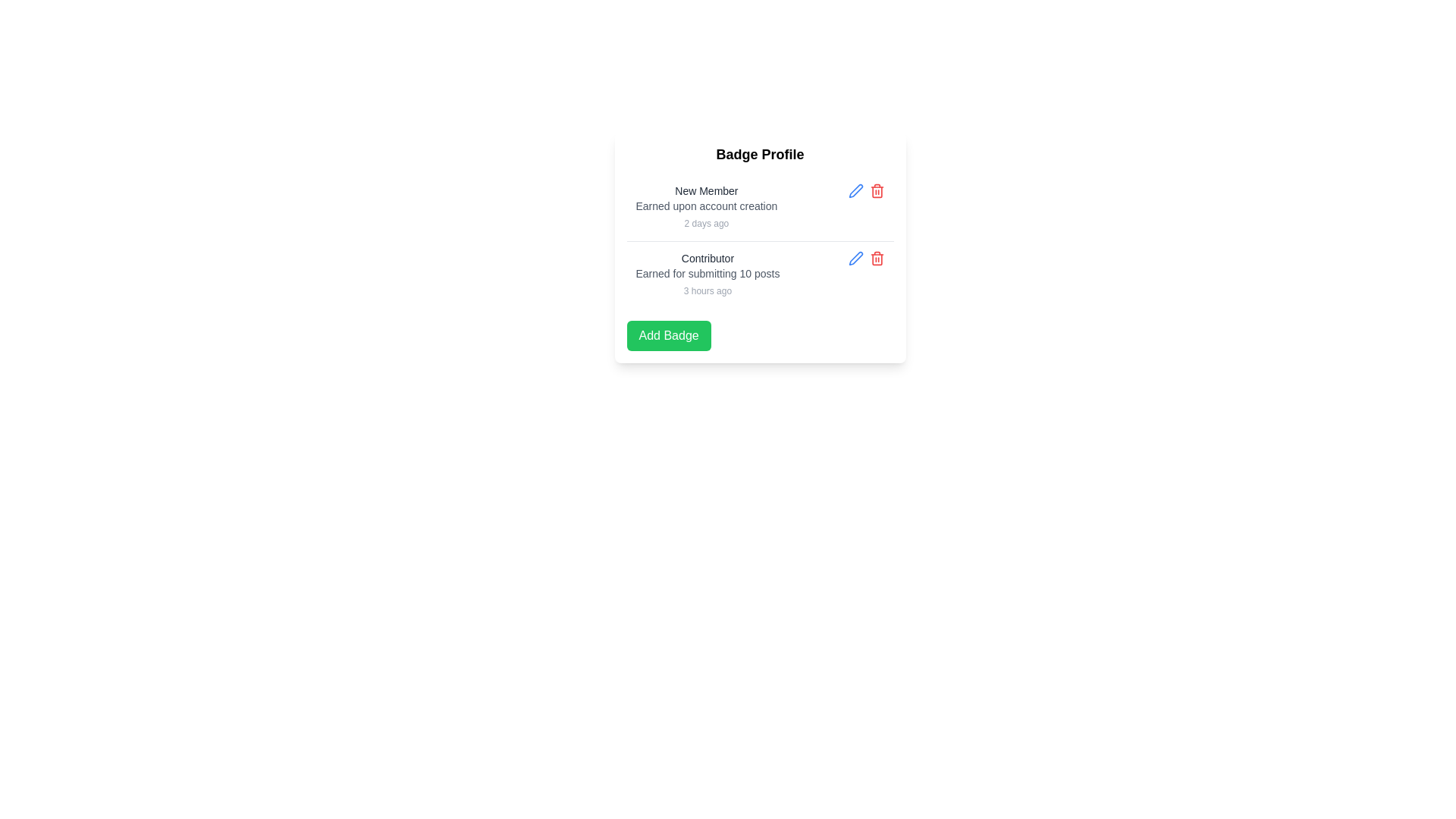  Describe the element at coordinates (855, 190) in the screenshot. I see `the pencil icon used for editing, located to the right of the 'Contributor' label in the badge profile card` at that location.